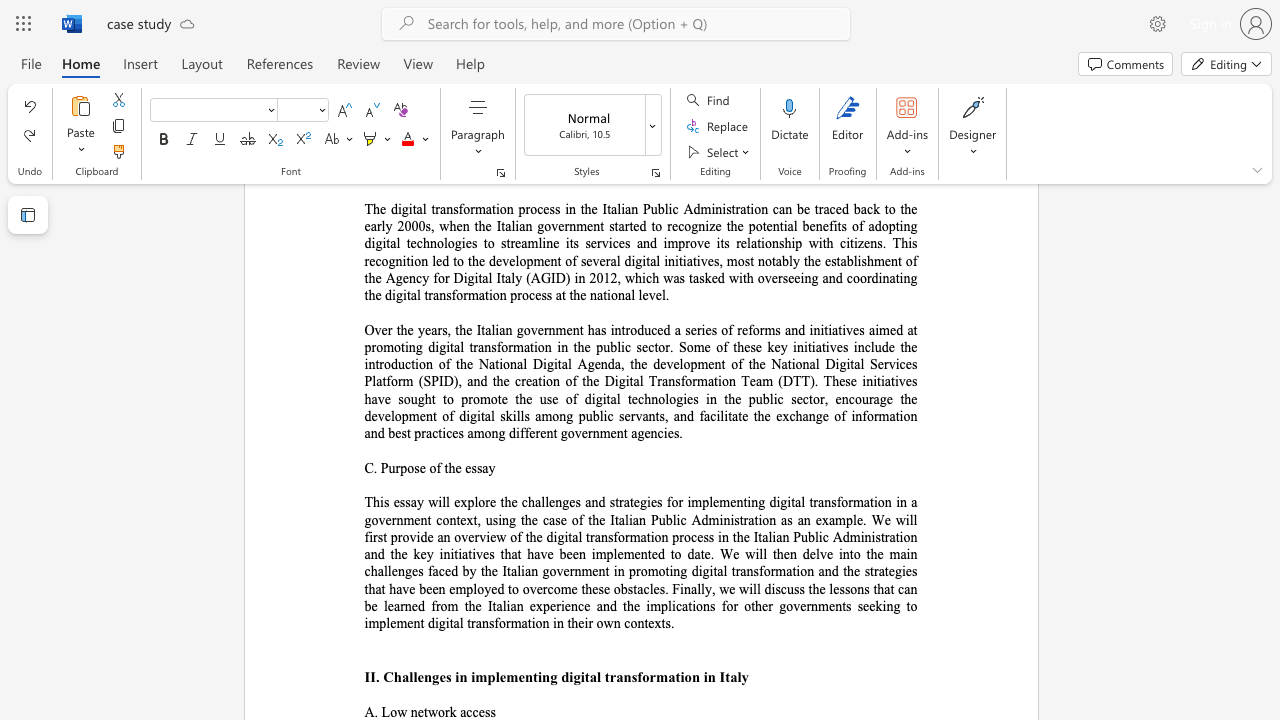 This screenshot has width=1280, height=720. I want to click on the subset text ". L" within the text "A. Low network access", so click(374, 711).